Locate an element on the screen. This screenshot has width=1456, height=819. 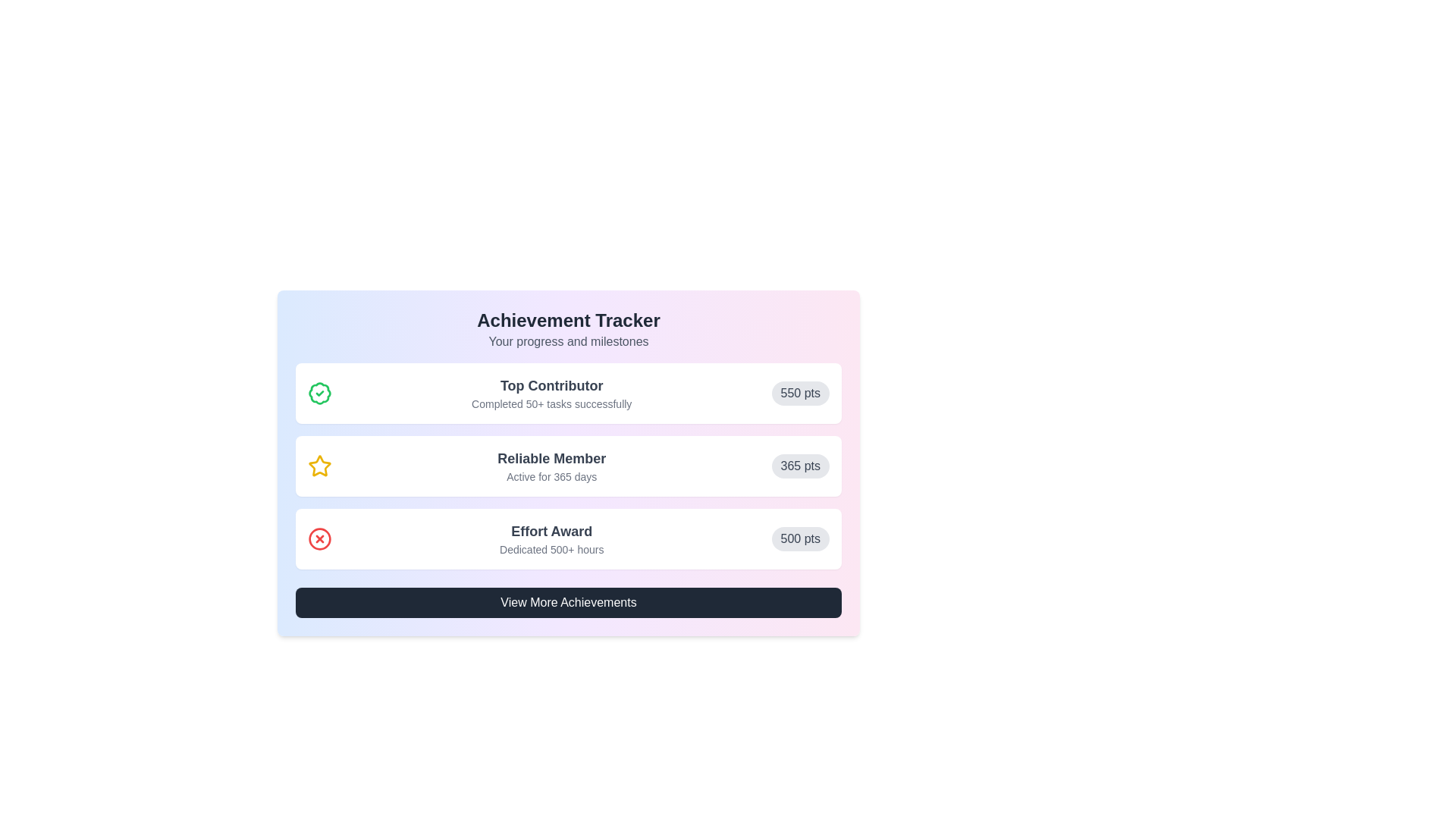
the text label reading 'Dedicated 500+ hours' which is located beneath the title 'Effort Award' in the achievements list to possibly see additional details is located at coordinates (551, 550).